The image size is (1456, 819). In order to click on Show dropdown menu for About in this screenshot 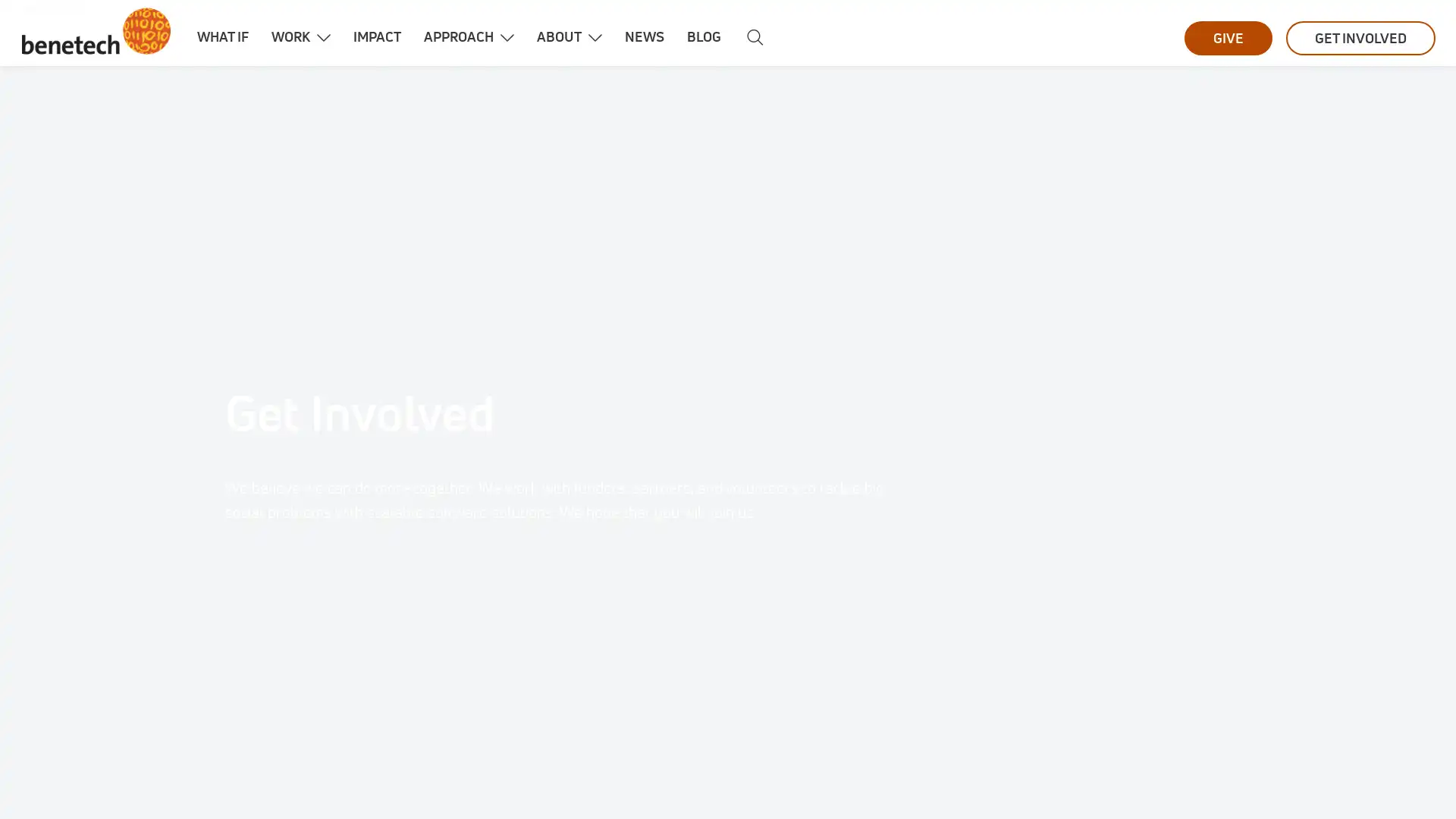, I will do `click(595, 37)`.